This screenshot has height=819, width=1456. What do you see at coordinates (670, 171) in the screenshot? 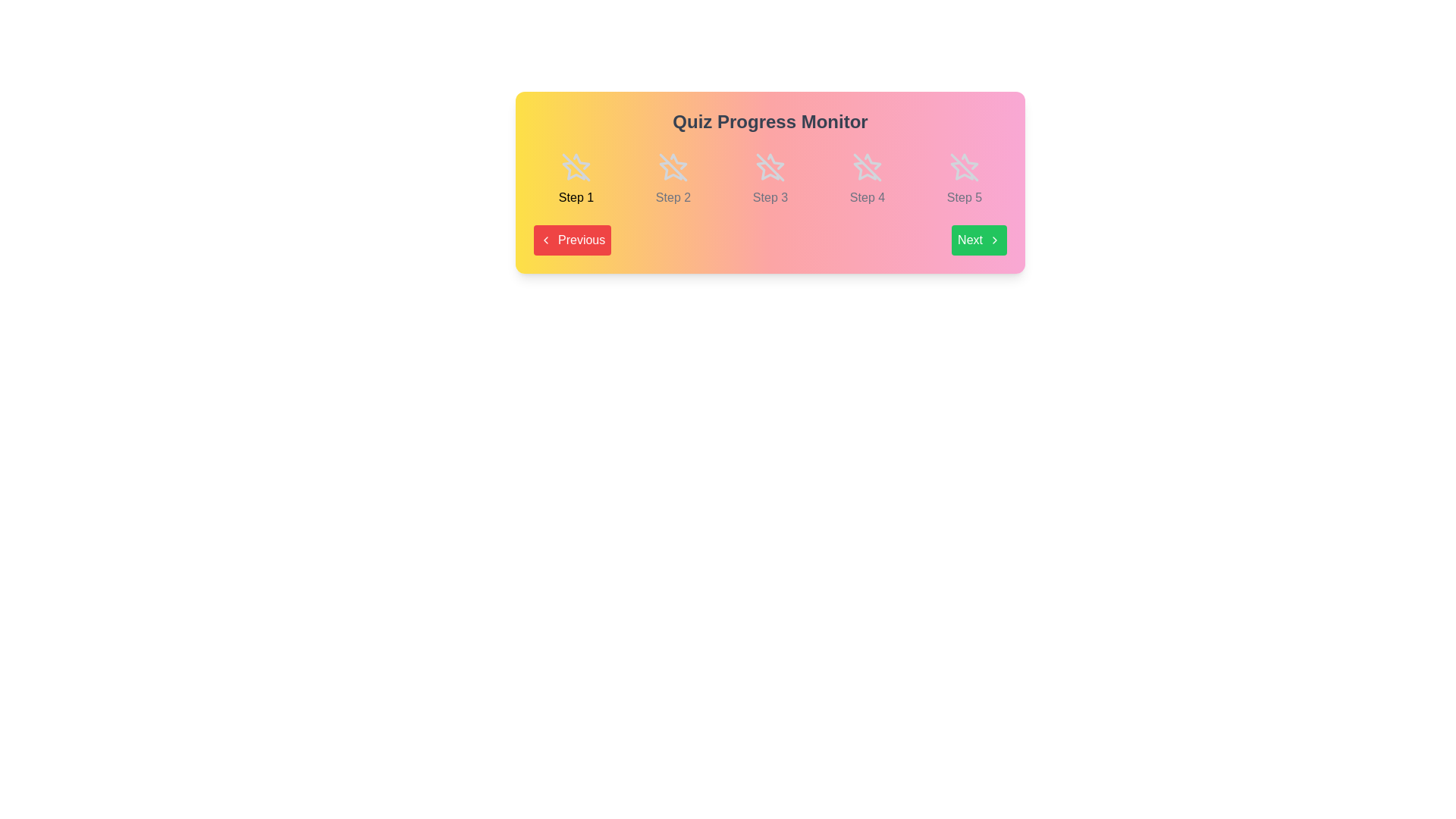
I see `the star-shaped icon that represents 'Step 2' in the quiz progress monitor` at bounding box center [670, 171].